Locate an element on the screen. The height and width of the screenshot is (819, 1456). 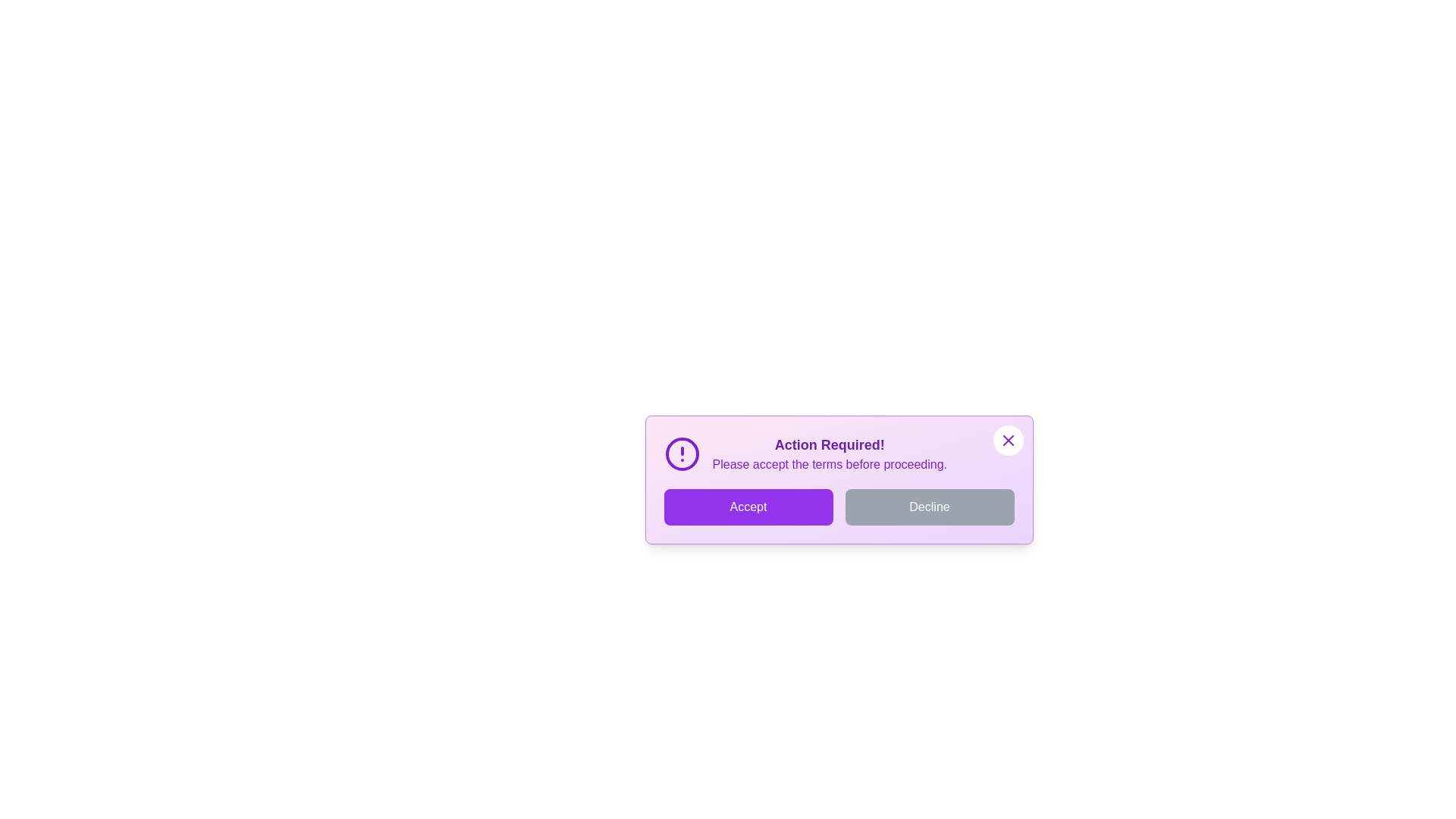
the close button in the top-right corner of the alert box is located at coordinates (1008, 441).